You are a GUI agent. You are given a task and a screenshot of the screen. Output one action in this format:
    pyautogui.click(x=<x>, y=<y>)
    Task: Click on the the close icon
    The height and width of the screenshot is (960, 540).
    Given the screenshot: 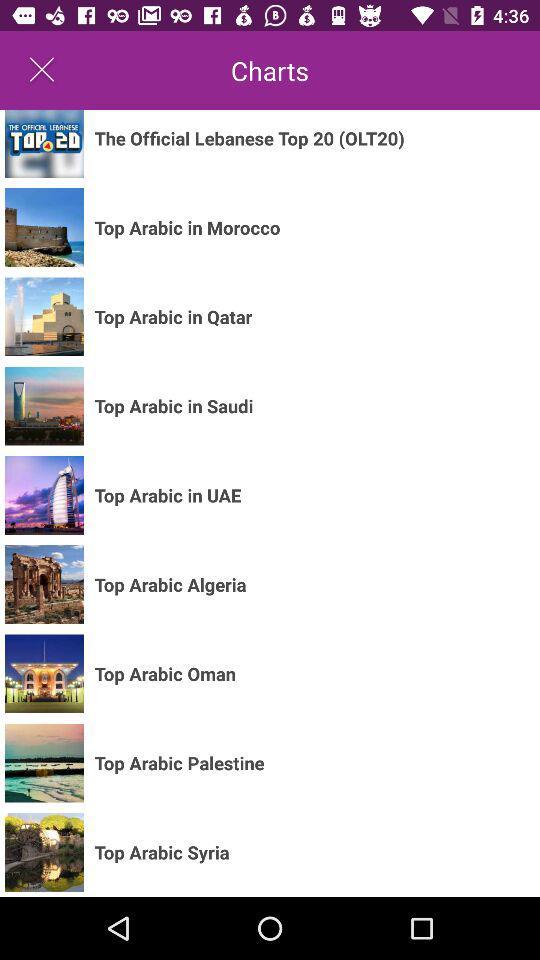 What is the action you would take?
    pyautogui.click(x=42, y=70)
    